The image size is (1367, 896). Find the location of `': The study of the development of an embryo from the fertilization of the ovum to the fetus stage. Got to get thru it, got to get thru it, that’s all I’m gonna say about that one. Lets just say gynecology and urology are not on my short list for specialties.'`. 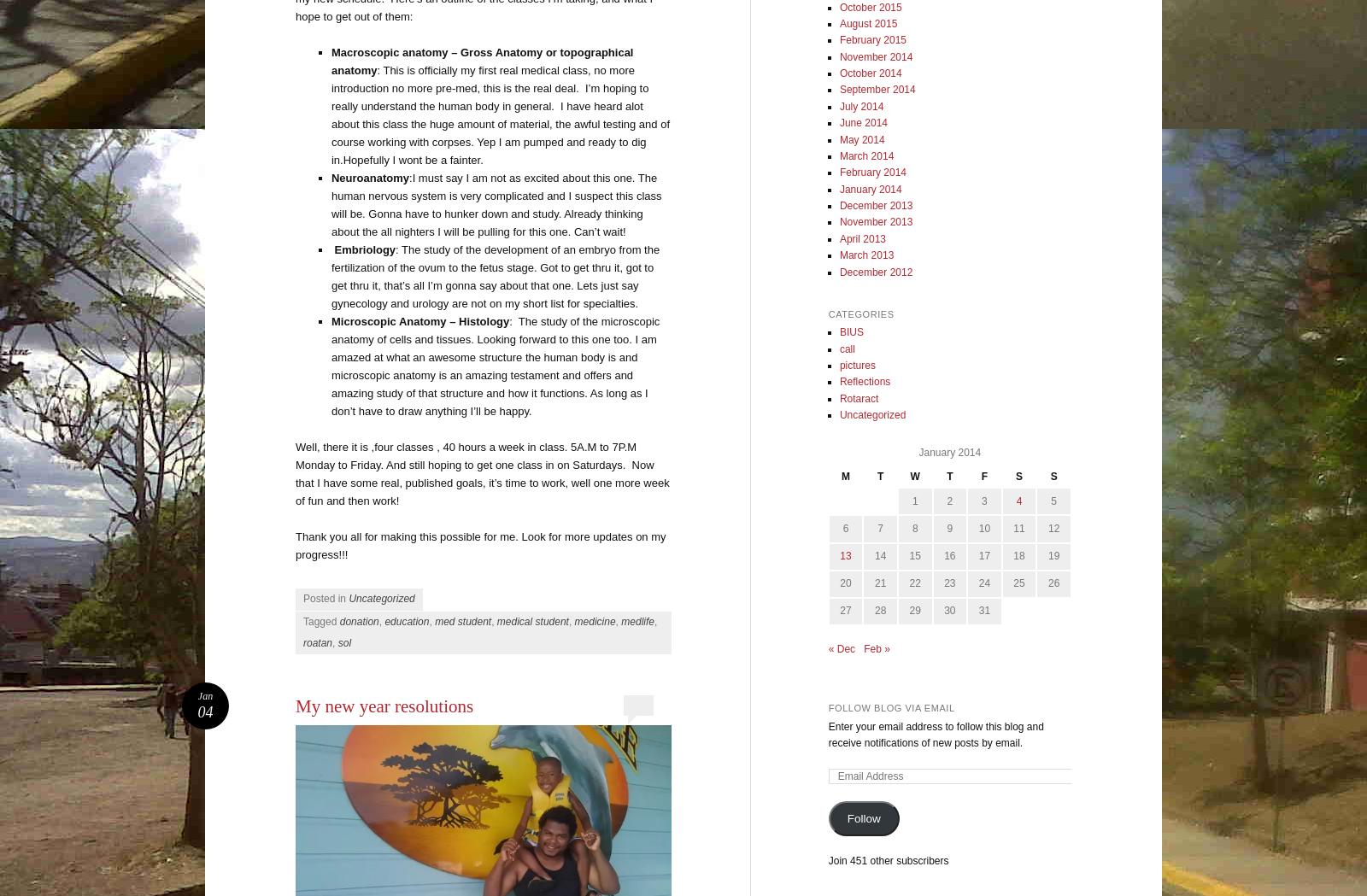

': The study of the development of an embryo from the fertilization of the ovum to the fetus stage. Got to get thru it, got to get thru it, that’s all I’m gonna say about that one. Lets just say gynecology and urology are not on my short list for specialties.' is located at coordinates (331, 276).